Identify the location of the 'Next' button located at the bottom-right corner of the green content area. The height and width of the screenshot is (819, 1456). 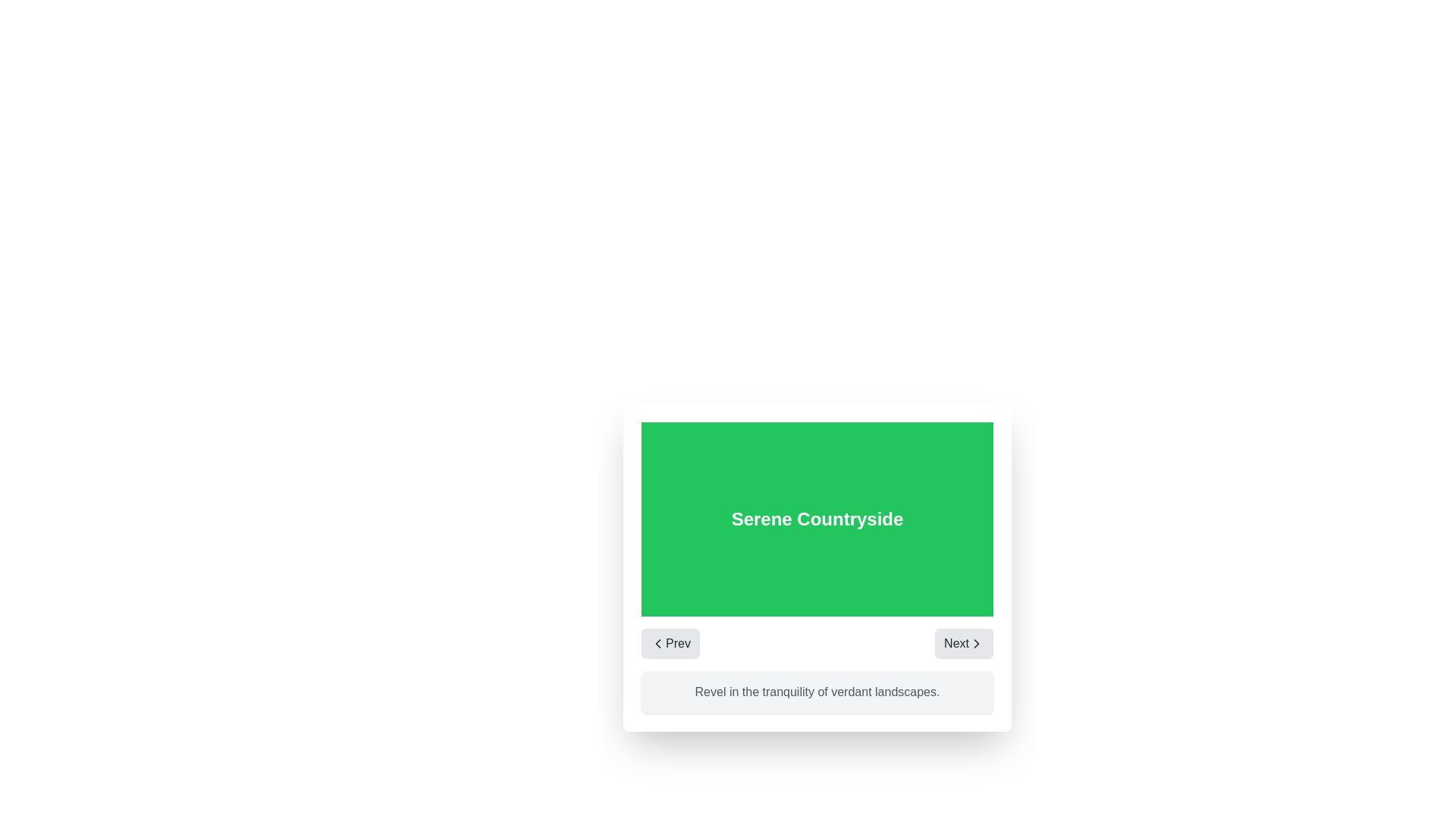
(955, 643).